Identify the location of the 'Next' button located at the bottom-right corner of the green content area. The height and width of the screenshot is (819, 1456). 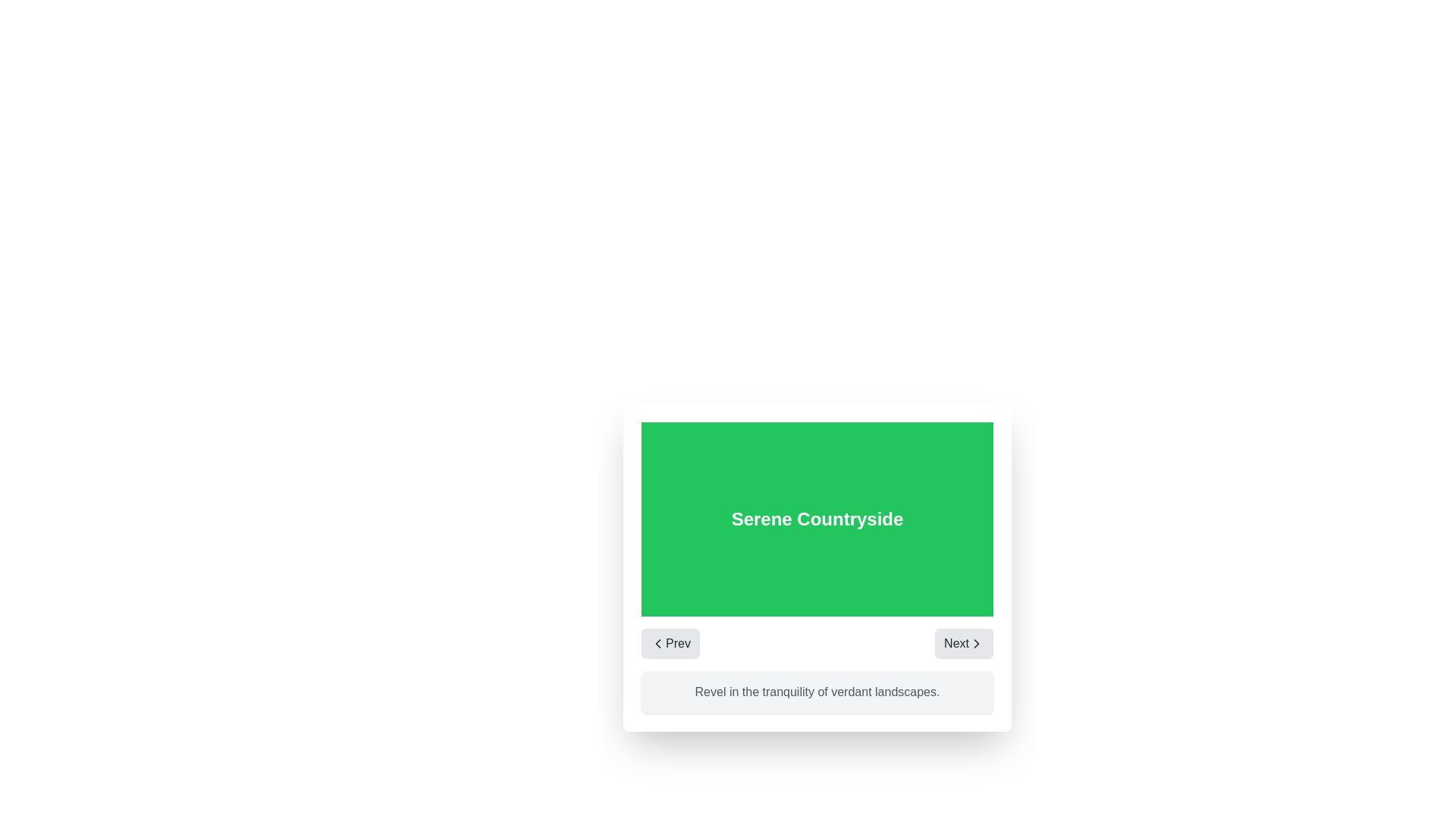
(955, 643).